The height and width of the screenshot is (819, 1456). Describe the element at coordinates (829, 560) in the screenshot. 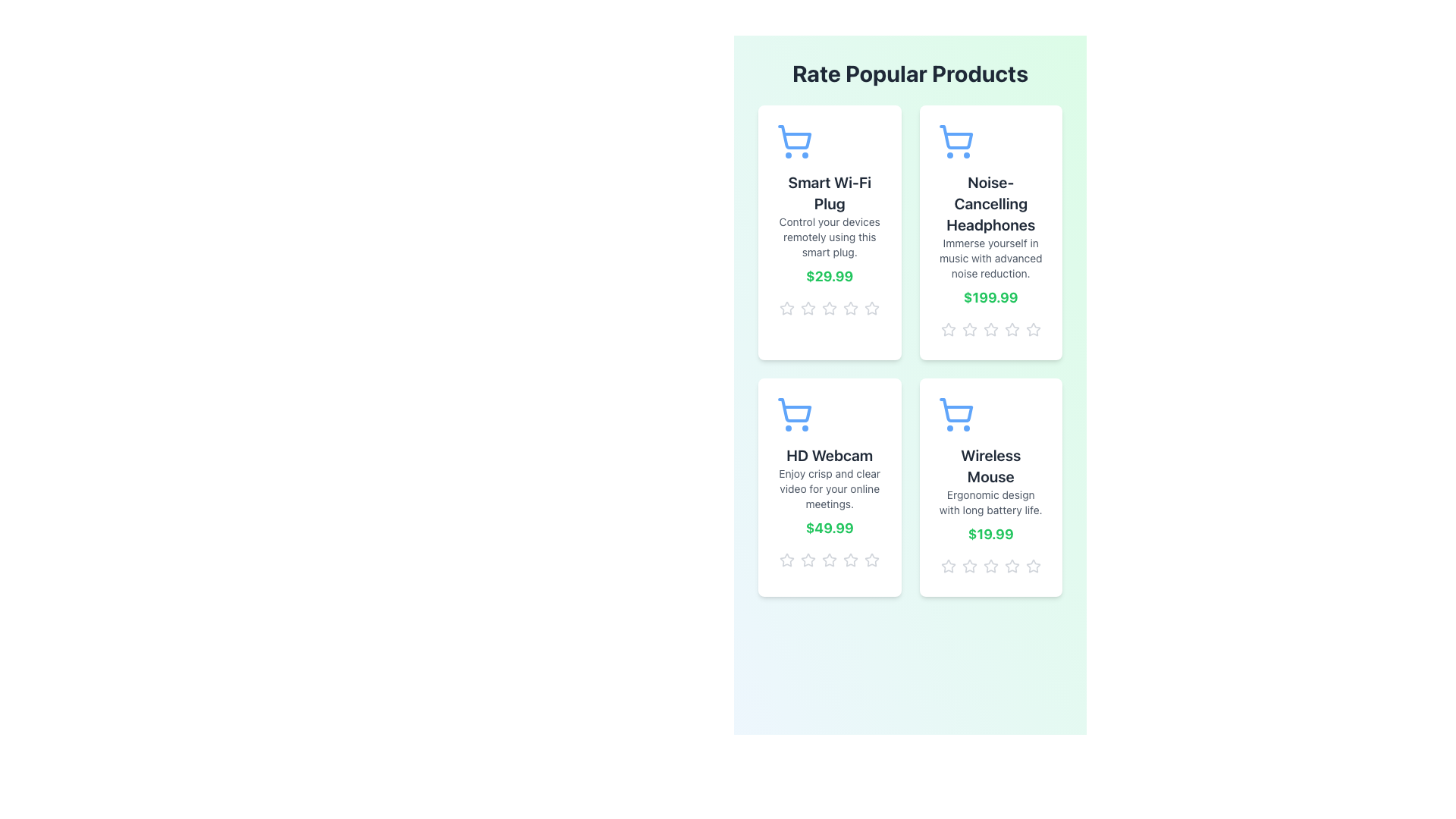

I see `the fourth star icon in the horizontal row of five to rate the product associated with the 'HD Webcam' card` at that location.